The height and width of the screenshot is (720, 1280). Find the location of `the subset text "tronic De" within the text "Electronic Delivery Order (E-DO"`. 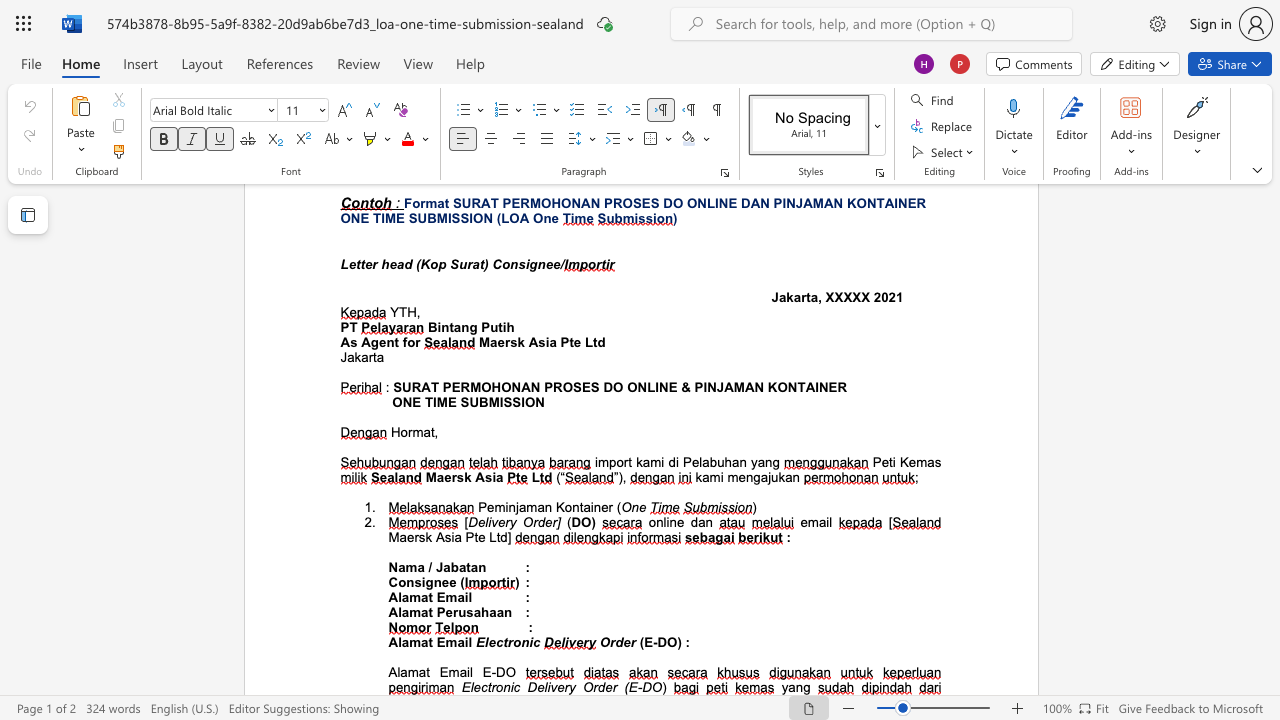

the subset text "tronic De" within the text "Electronic Delivery Order (E-DO" is located at coordinates (487, 686).